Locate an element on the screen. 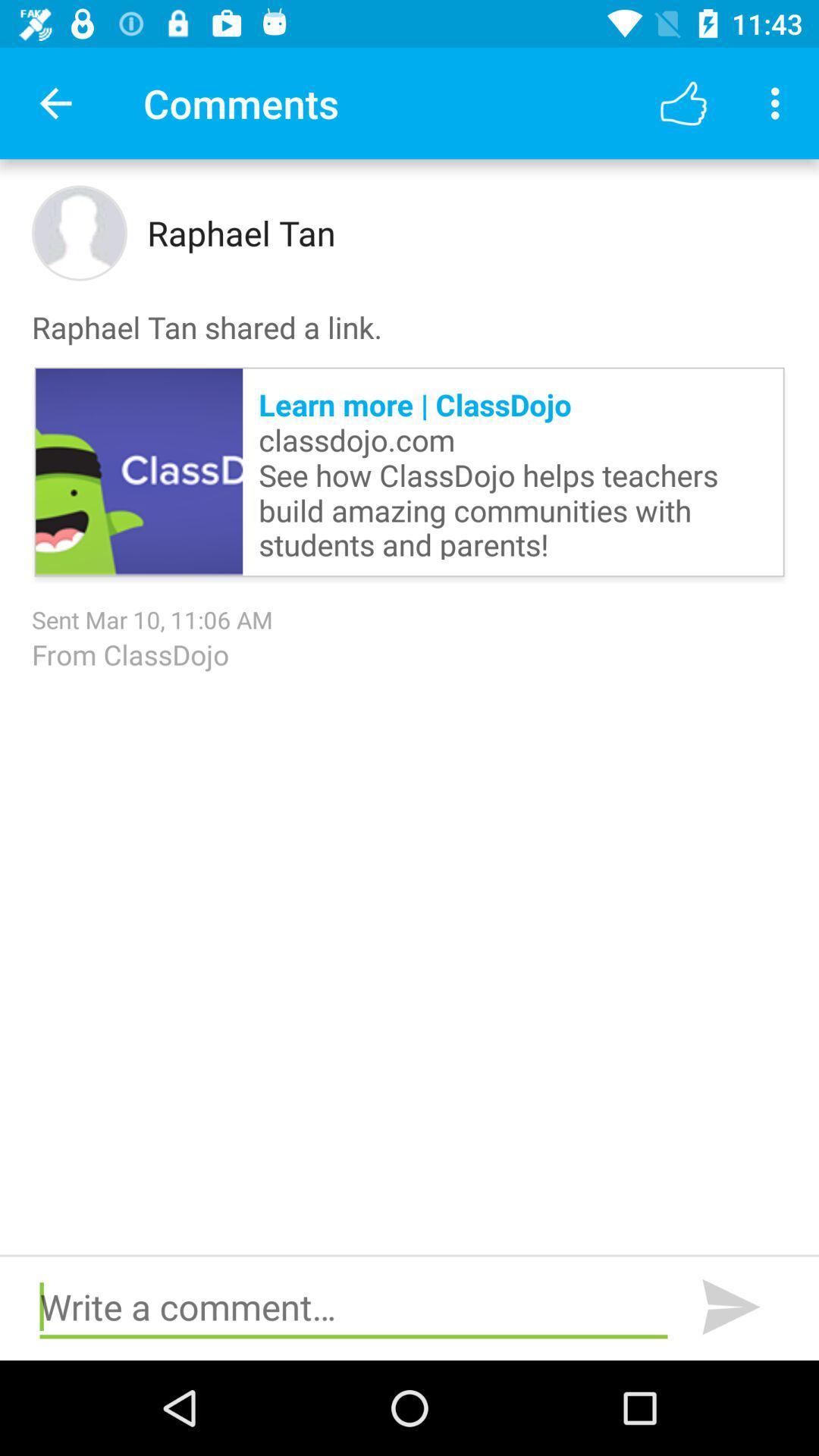 The height and width of the screenshot is (1456, 819). the item above sent mar 10 is located at coordinates (139, 471).